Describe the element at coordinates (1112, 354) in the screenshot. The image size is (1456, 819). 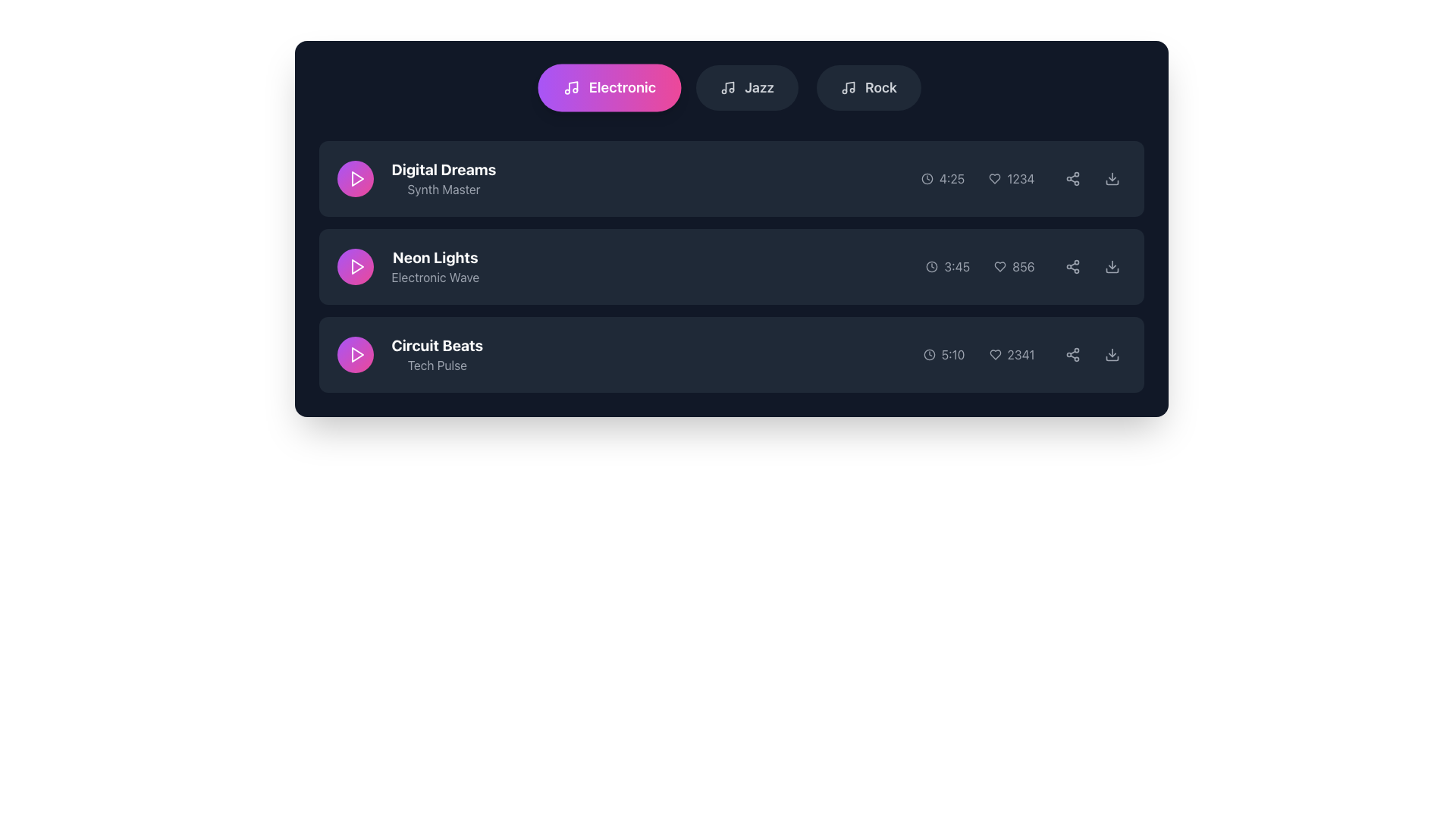
I see `the download button for the track in the third row to observe the hover effect` at that location.